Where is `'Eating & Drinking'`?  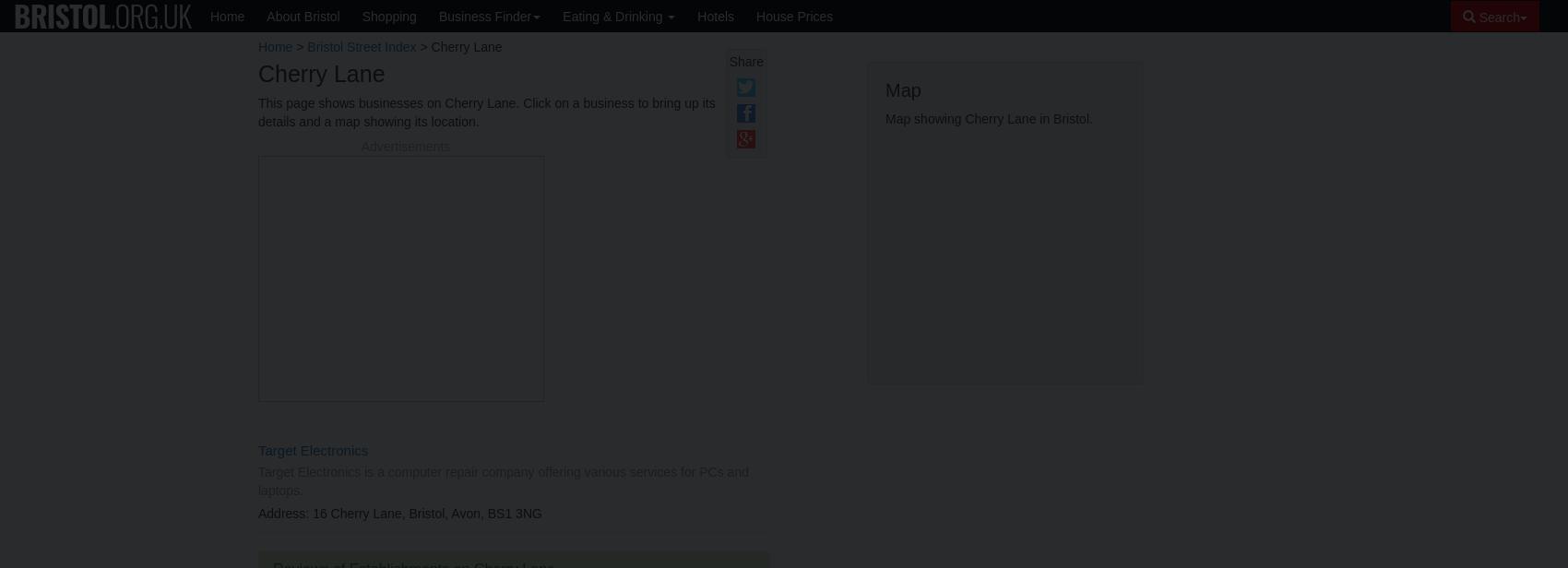 'Eating & Drinking' is located at coordinates (614, 16).